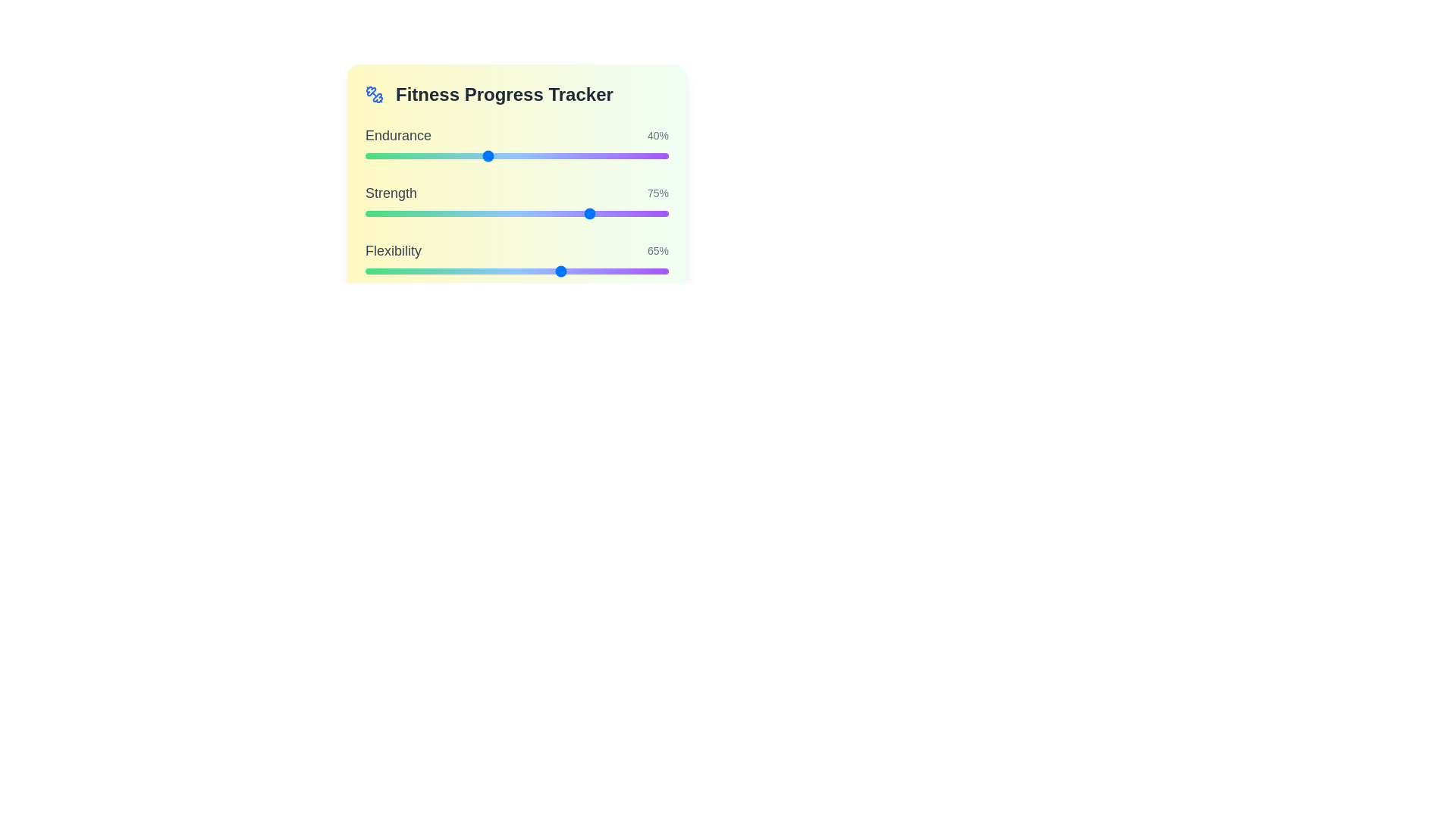  What do you see at coordinates (516, 192) in the screenshot?
I see `the textual display showing 'Strength' with a percentage of '75%' in the Fitness Progress Tracker interface, which is located between 'Endurance' and 'Flexibility'` at bounding box center [516, 192].